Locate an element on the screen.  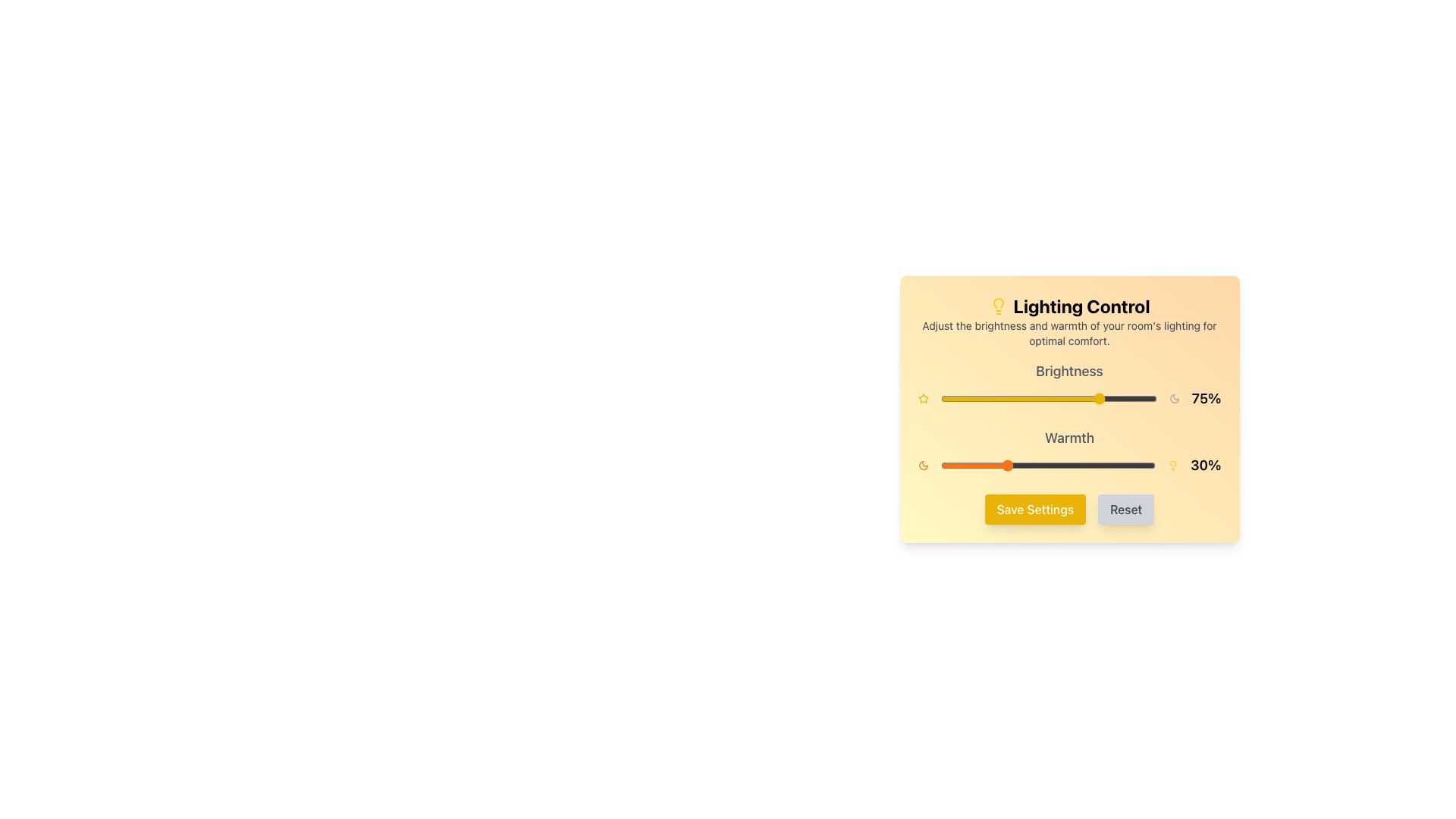
brightness is located at coordinates (952, 397).